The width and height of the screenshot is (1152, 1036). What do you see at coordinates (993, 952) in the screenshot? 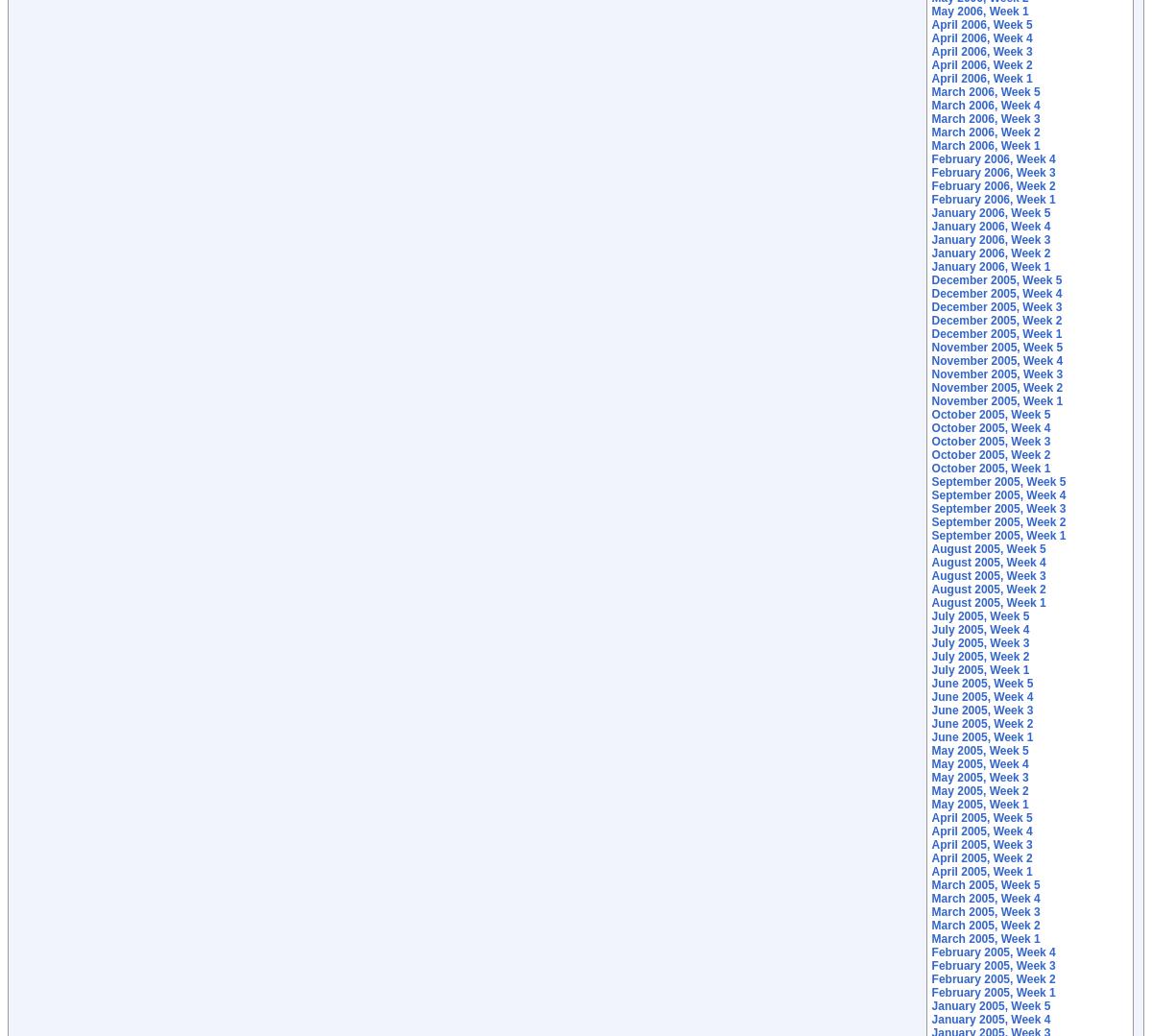
I see `'February 2005, Week 4'` at bounding box center [993, 952].